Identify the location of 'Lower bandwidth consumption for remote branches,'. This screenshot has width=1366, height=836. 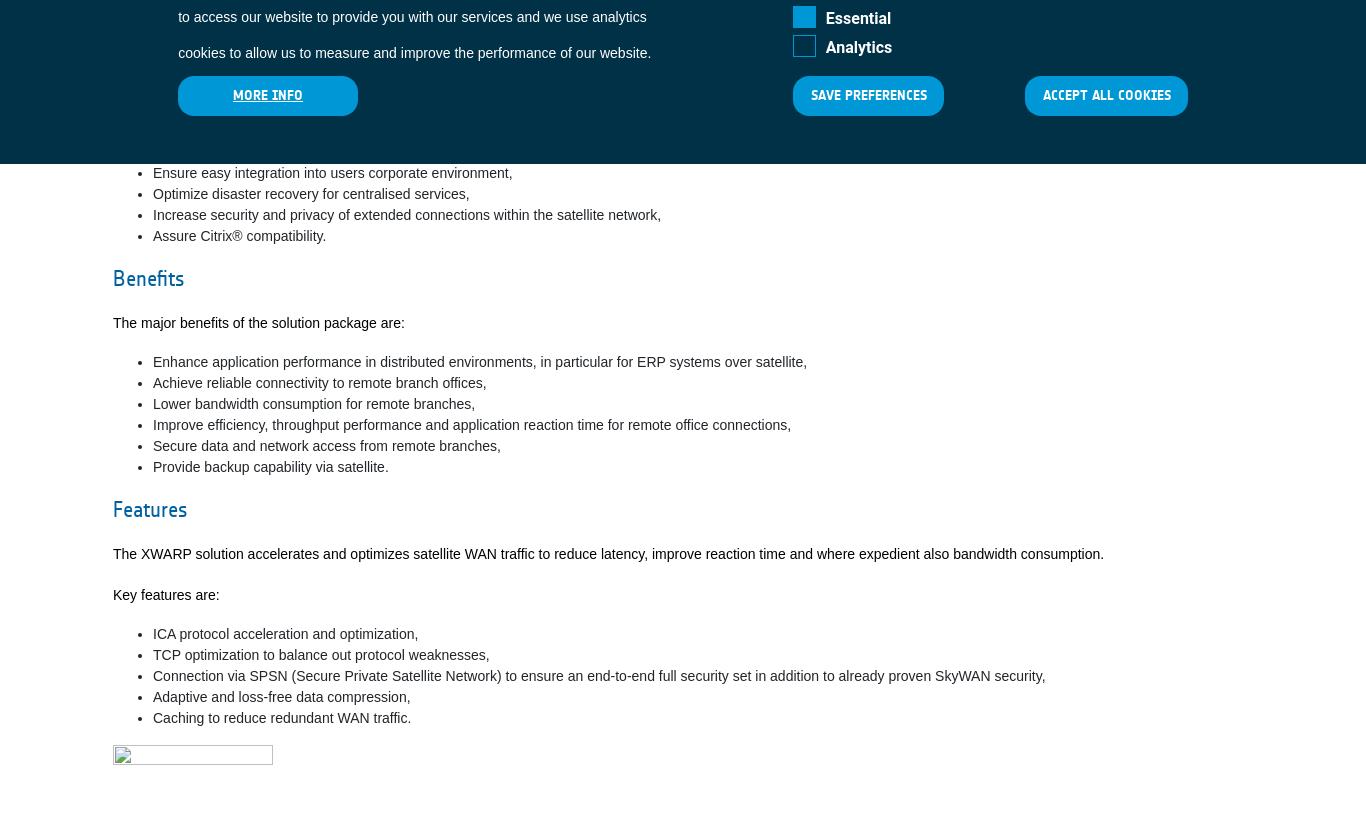
(314, 403).